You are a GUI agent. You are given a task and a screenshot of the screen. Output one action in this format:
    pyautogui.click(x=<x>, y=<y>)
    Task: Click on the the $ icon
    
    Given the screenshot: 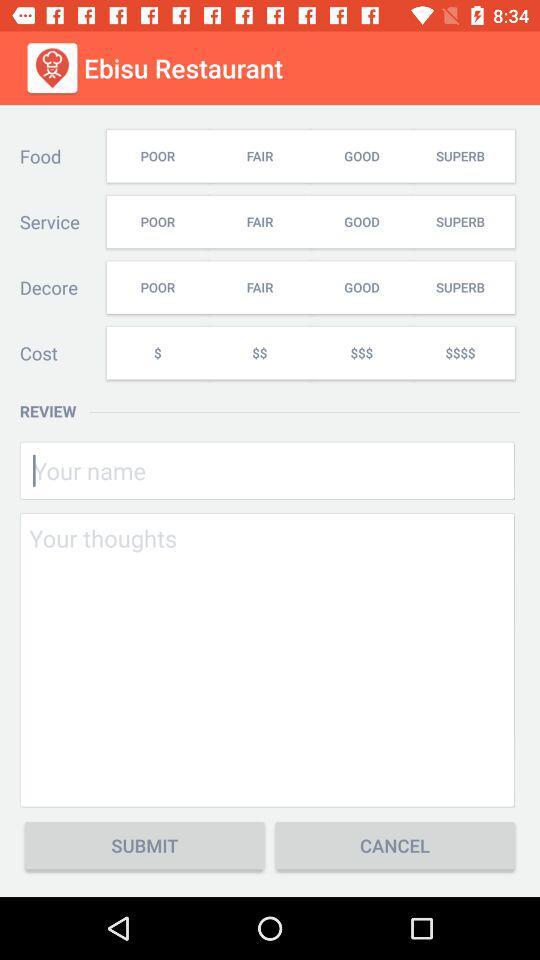 What is the action you would take?
    pyautogui.click(x=156, y=353)
    